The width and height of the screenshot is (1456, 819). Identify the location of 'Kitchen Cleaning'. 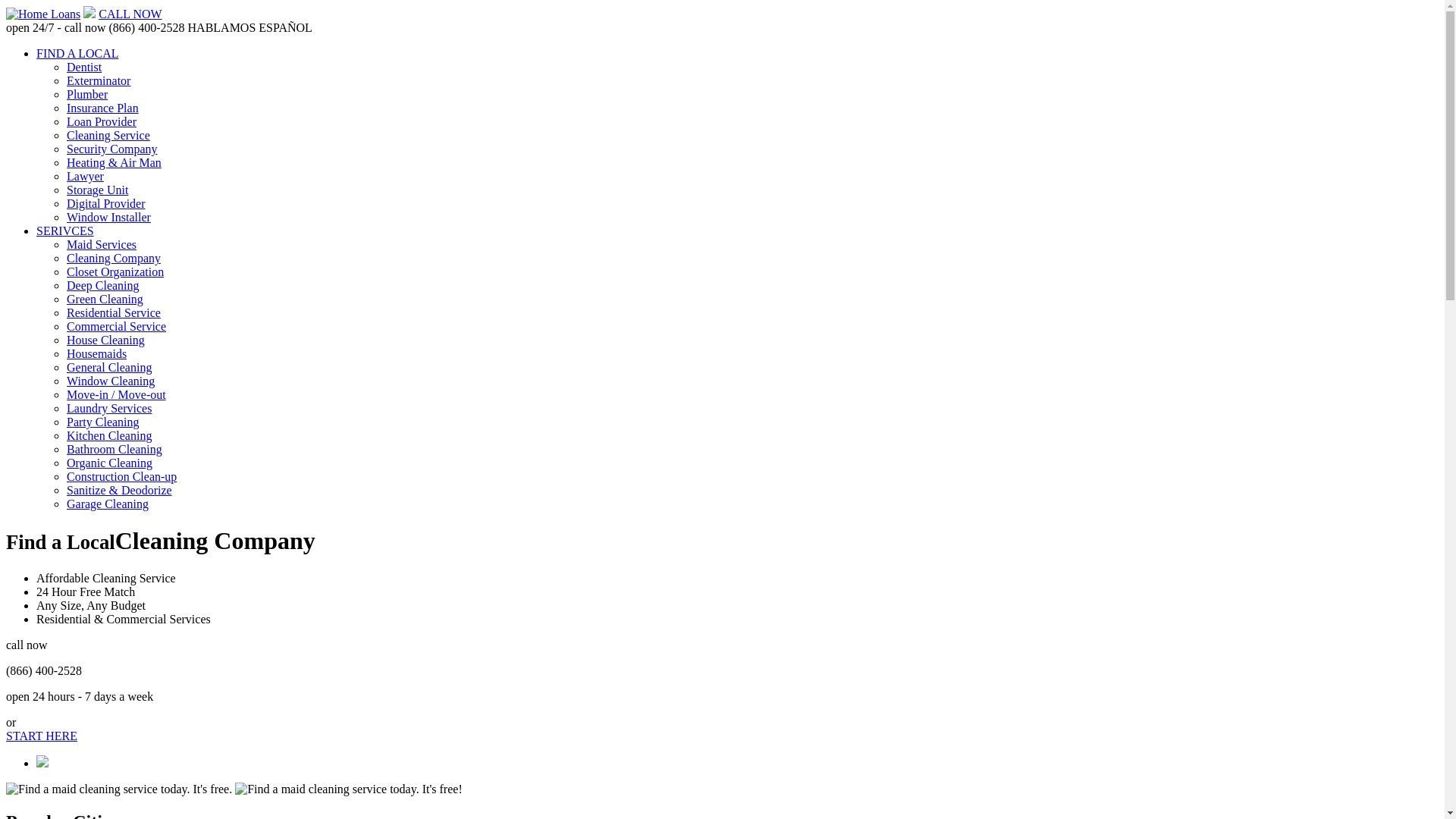
(108, 435).